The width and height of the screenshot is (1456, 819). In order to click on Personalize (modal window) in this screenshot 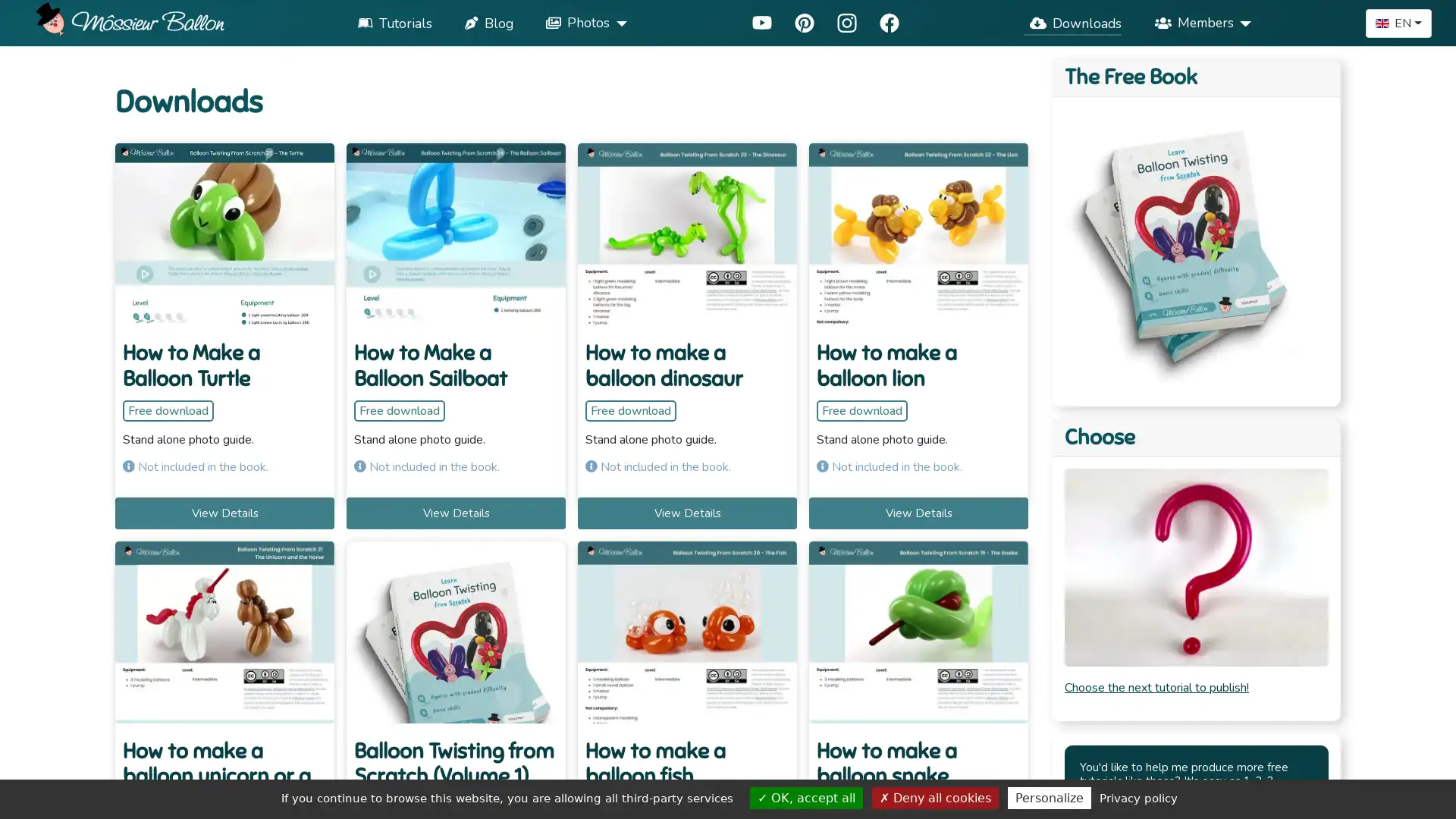, I will do `click(1048, 797)`.